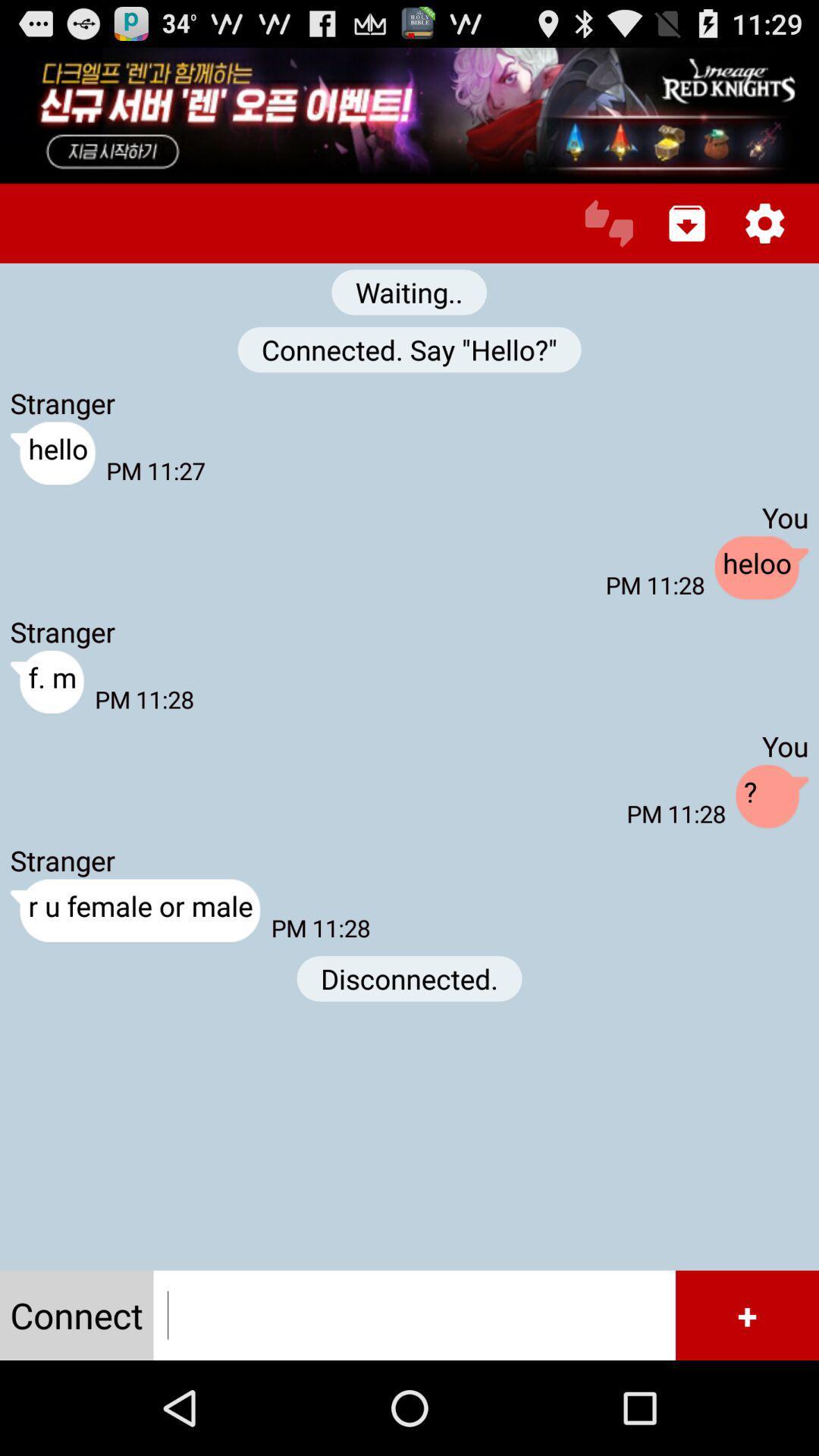 Image resolution: width=819 pixels, height=1456 pixels. I want to click on item below r u female icon, so click(77, 1314).